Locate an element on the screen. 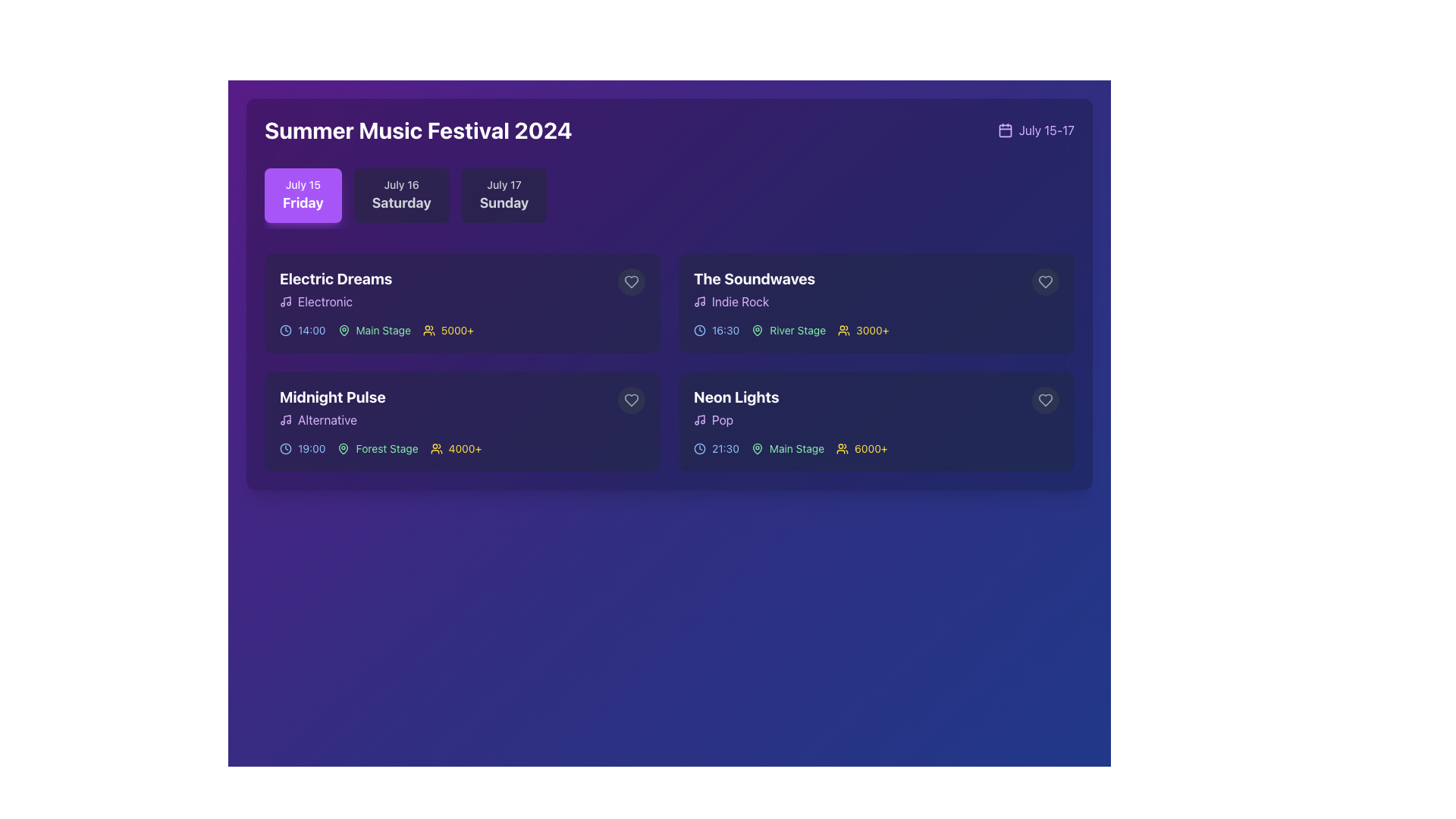 The width and height of the screenshot is (1456, 819). the heart icon in the bottom-right corner of the 'Midnight Pulse' card under the 'July 15' section to mark or unmark it as a favorite is located at coordinates (632, 400).